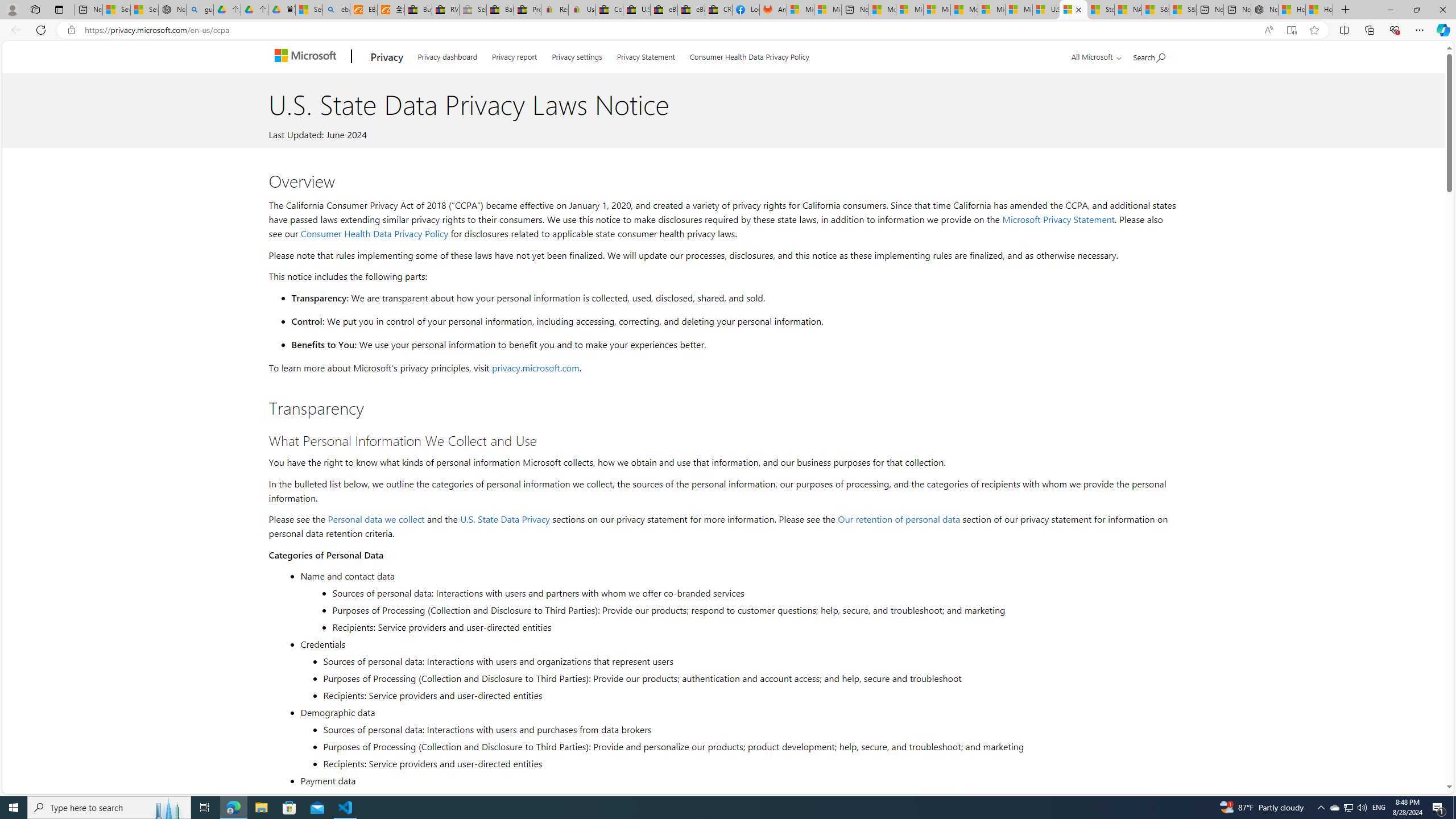 Image resolution: width=1456 pixels, height=819 pixels. What do you see at coordinates (200, 9) in the screenshot?
I see `'guge yunpan - Search'` at bounding box center [200, 9].